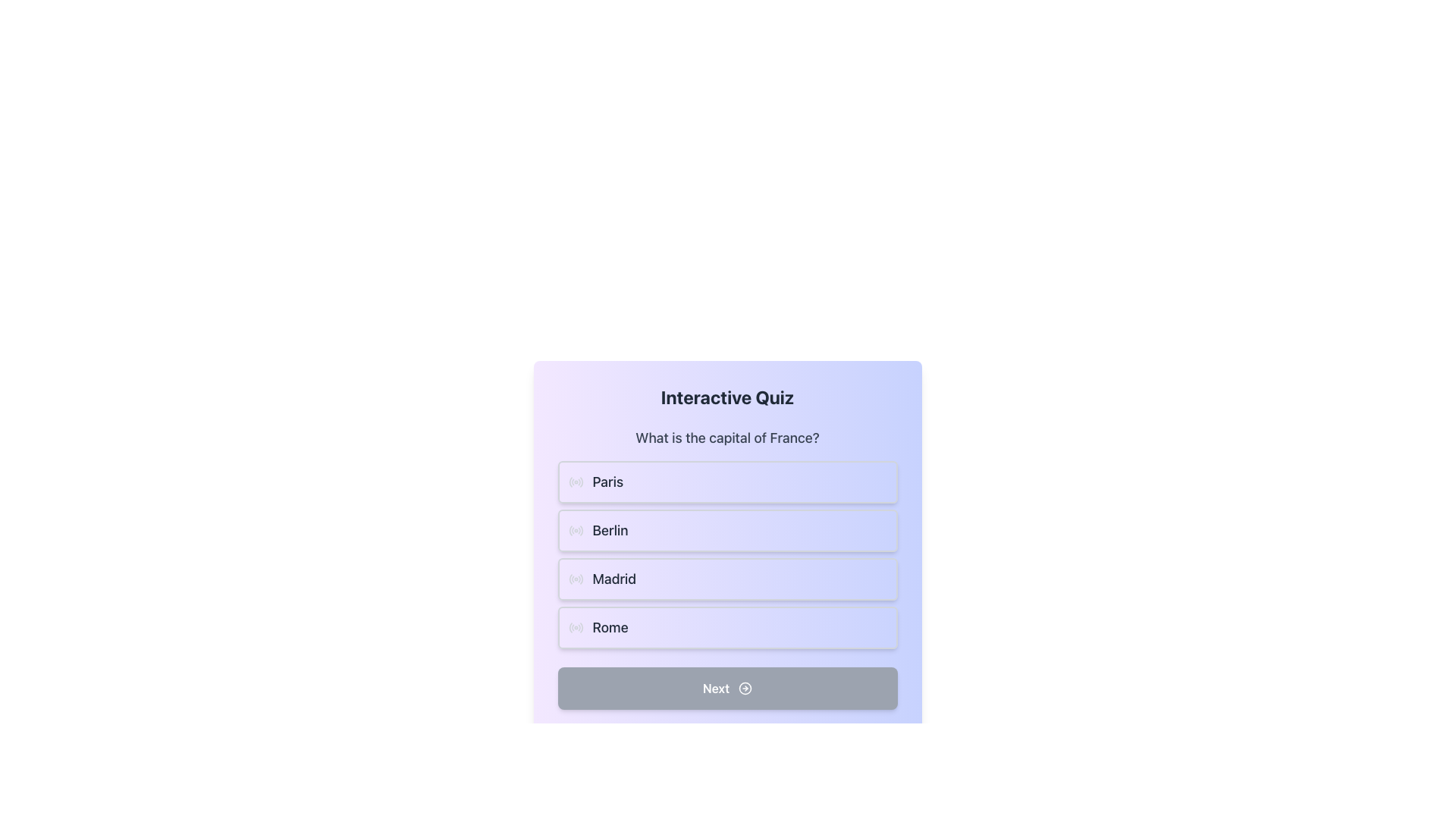 This screenshot has height=819, width=1456. I want to click on question prompt displayed in the text label that says 'What is the capital of France?' located above the answer choices in the interactive quiz, so click(726, 438).